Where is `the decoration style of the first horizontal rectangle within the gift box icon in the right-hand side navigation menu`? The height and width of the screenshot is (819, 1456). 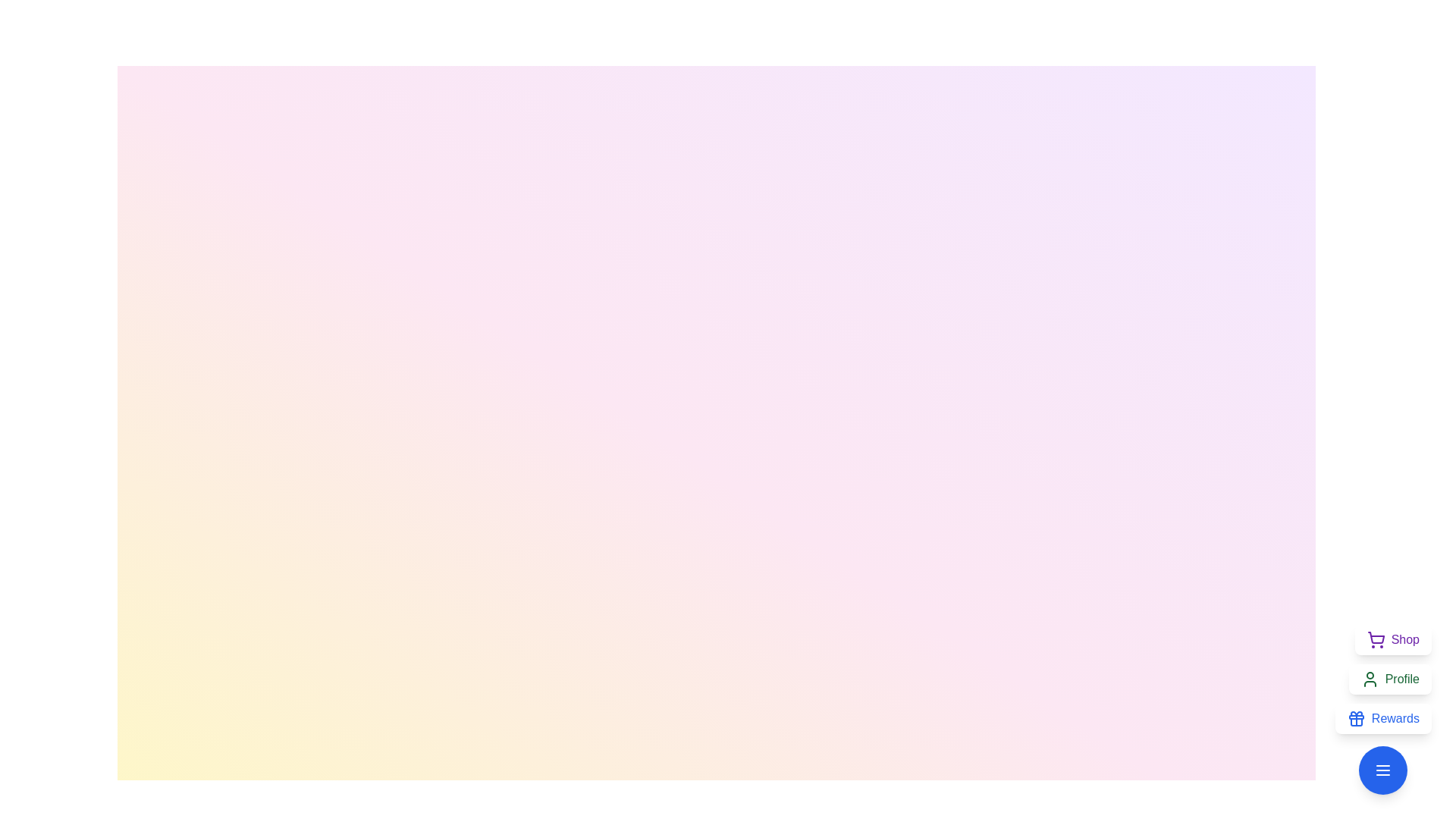 the decoration style of the first horizontal rectangle within the gift box icon in the right-hand side navigation menu is located at coordinates (1356, 717).